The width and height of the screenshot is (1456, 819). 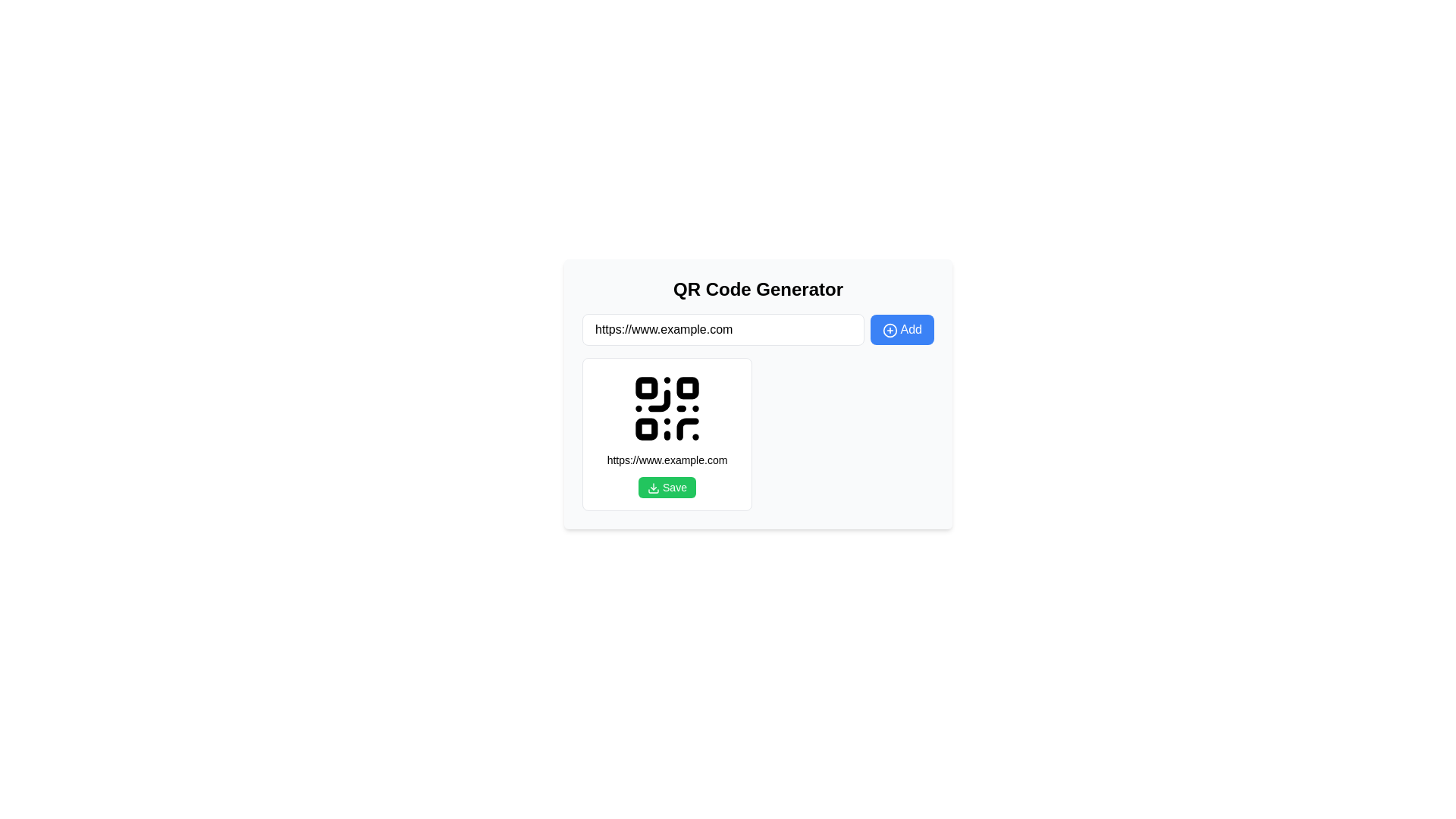 I want to click on the small square shape with rounded corners that is black and part of the QR code in the top-left quadrant, so click(x=646, y=387).